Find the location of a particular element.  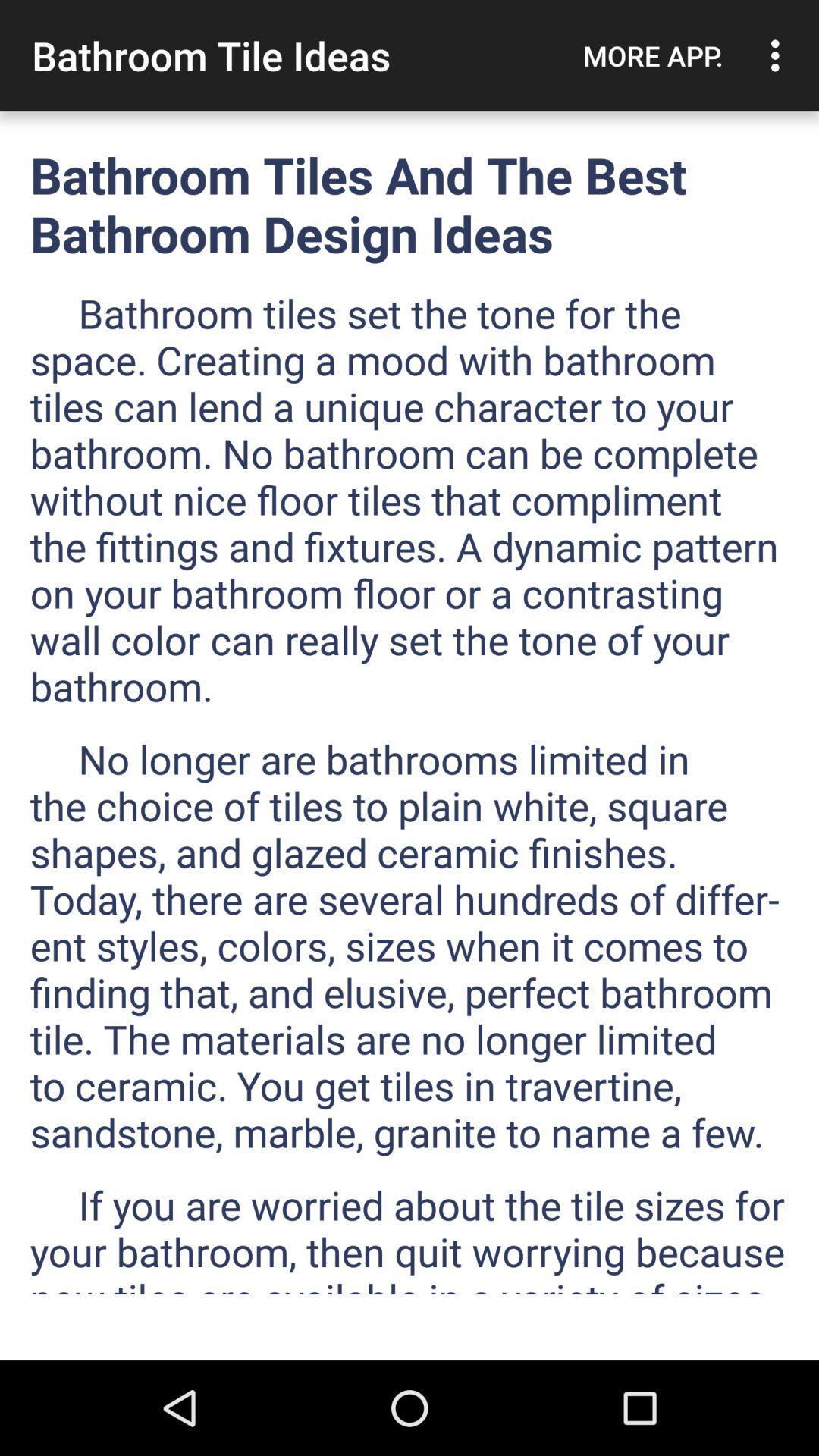

more app. item is located at coordinates (652, 55).